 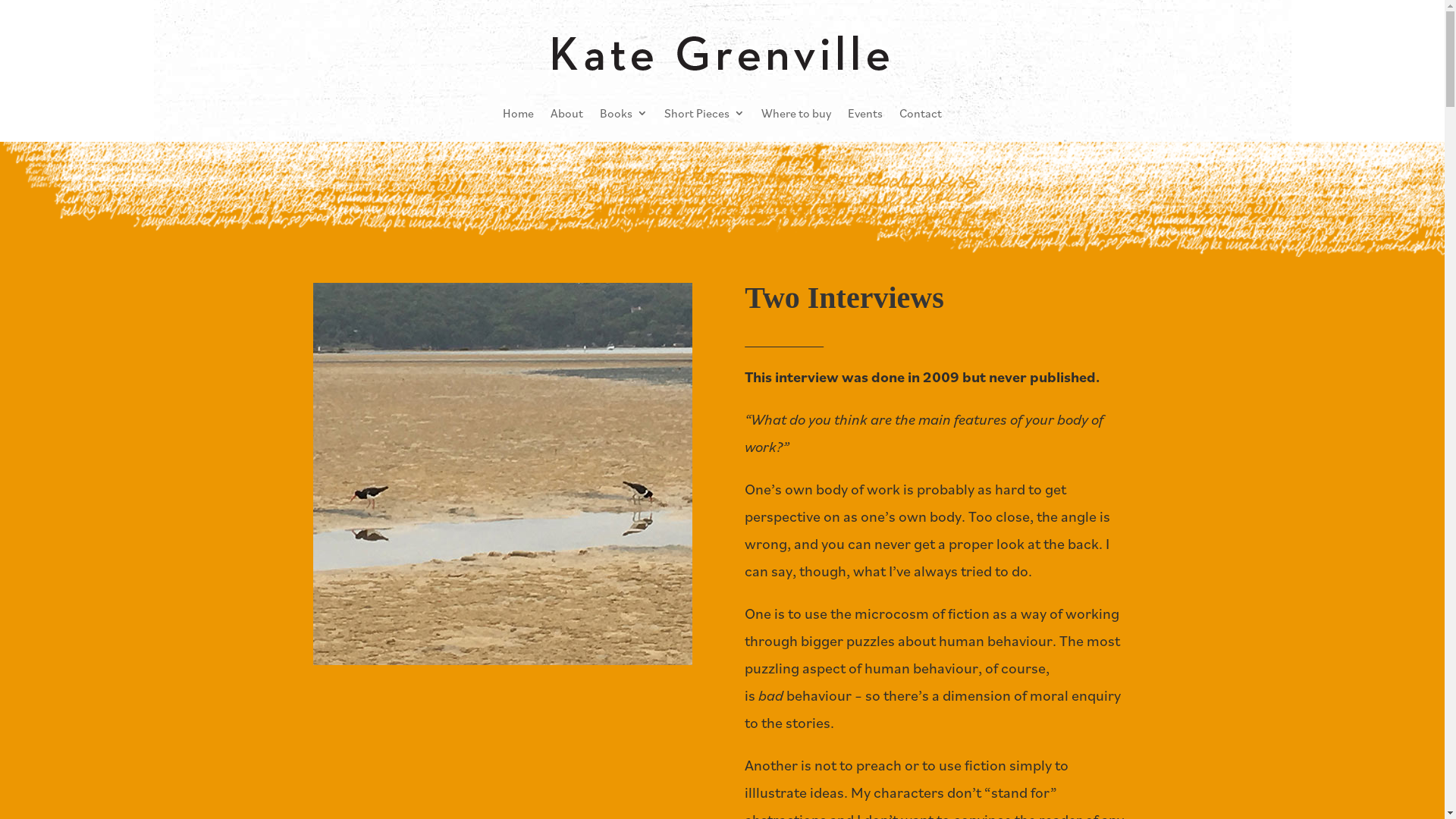 I want to click on 'Books', so click(x=623, y=112).